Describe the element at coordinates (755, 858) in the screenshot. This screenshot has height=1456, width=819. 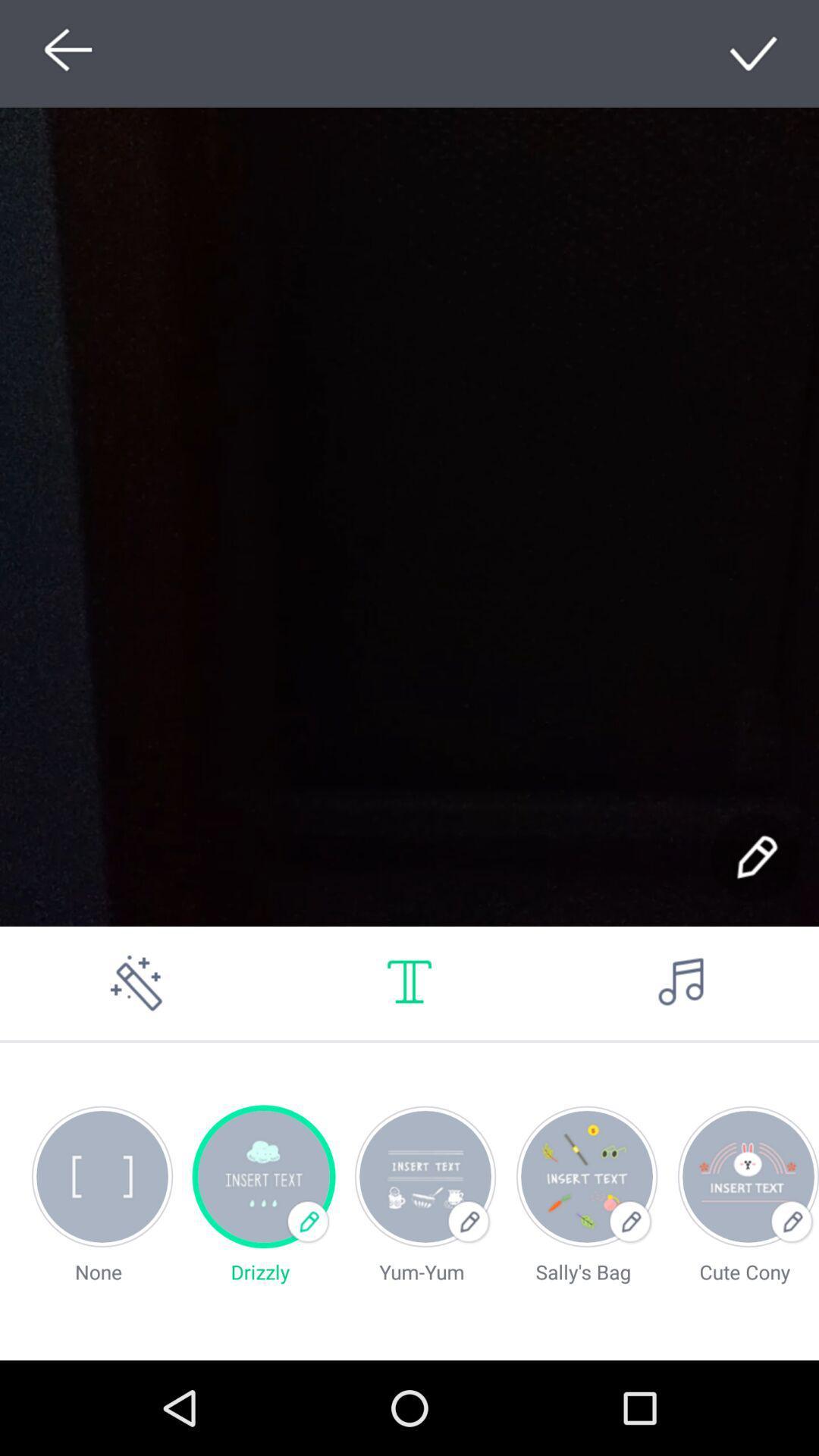
I see `edited it` at that location.